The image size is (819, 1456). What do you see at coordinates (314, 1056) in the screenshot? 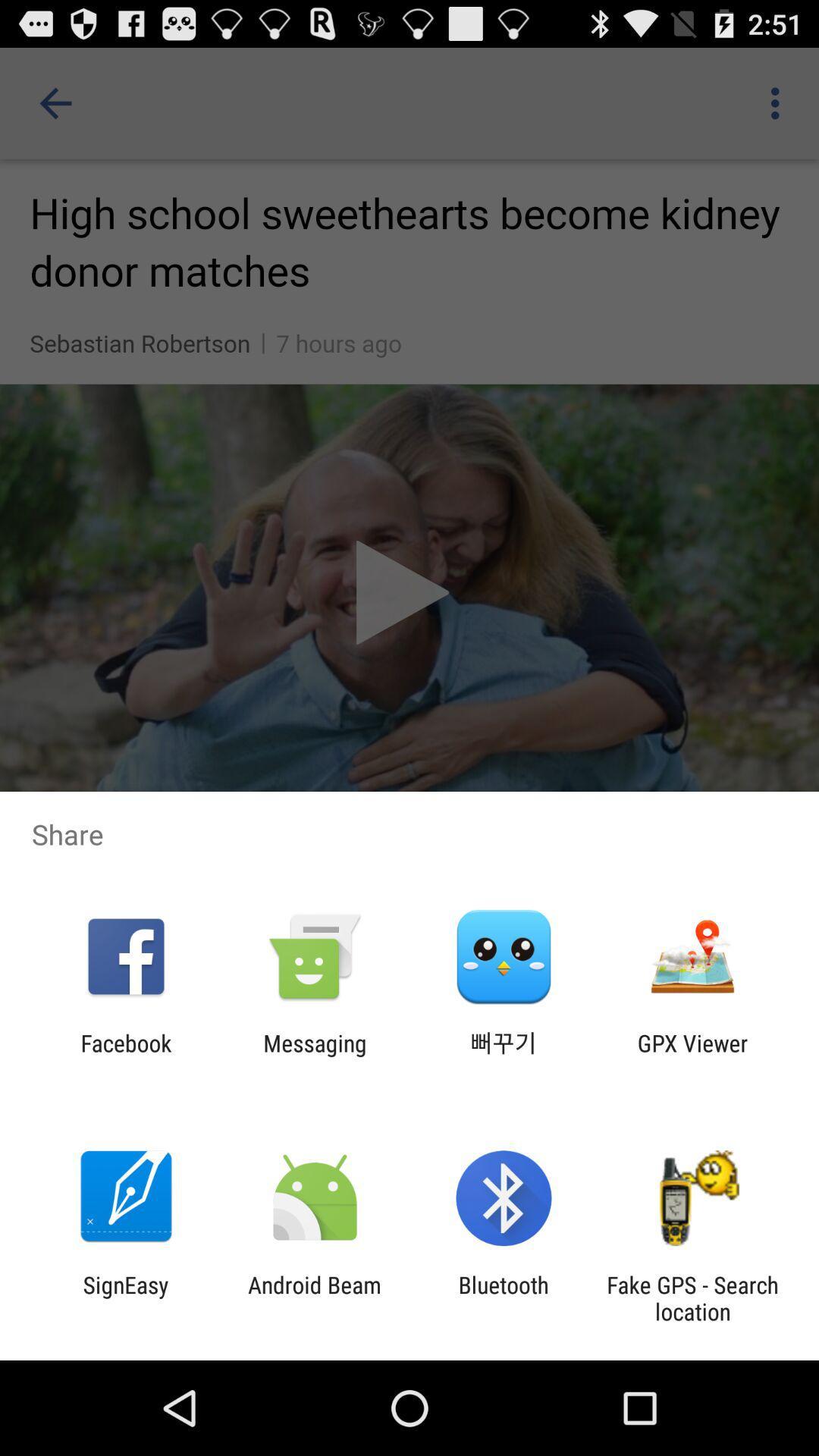
I see `the messaging icon` at bounding box center [314, 1056].